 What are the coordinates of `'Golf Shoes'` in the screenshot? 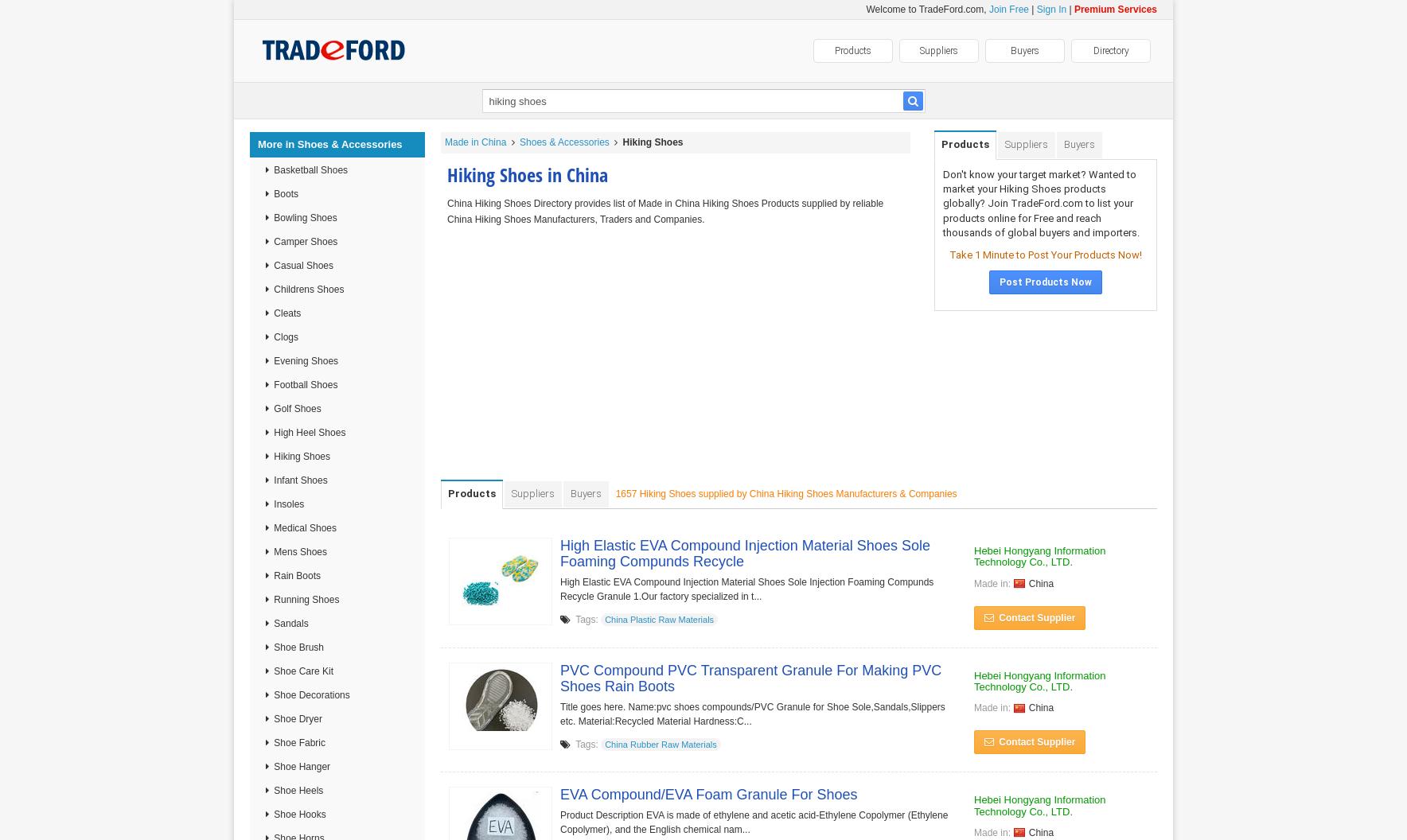 It's located at (295, 407).